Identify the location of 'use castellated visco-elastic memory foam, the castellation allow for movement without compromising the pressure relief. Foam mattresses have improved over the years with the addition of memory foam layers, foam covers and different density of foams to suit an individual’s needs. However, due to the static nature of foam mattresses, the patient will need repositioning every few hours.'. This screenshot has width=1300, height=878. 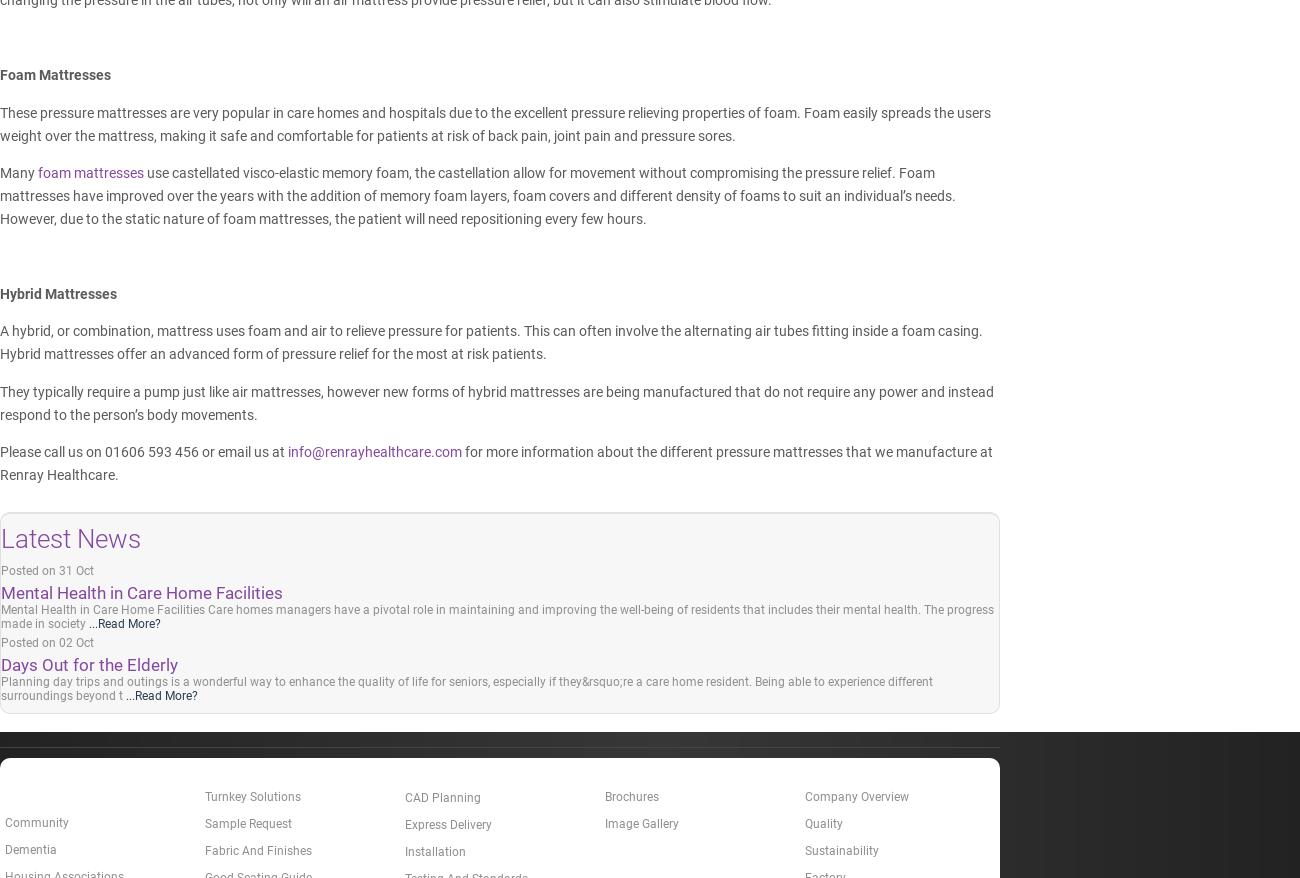
(477, 194).